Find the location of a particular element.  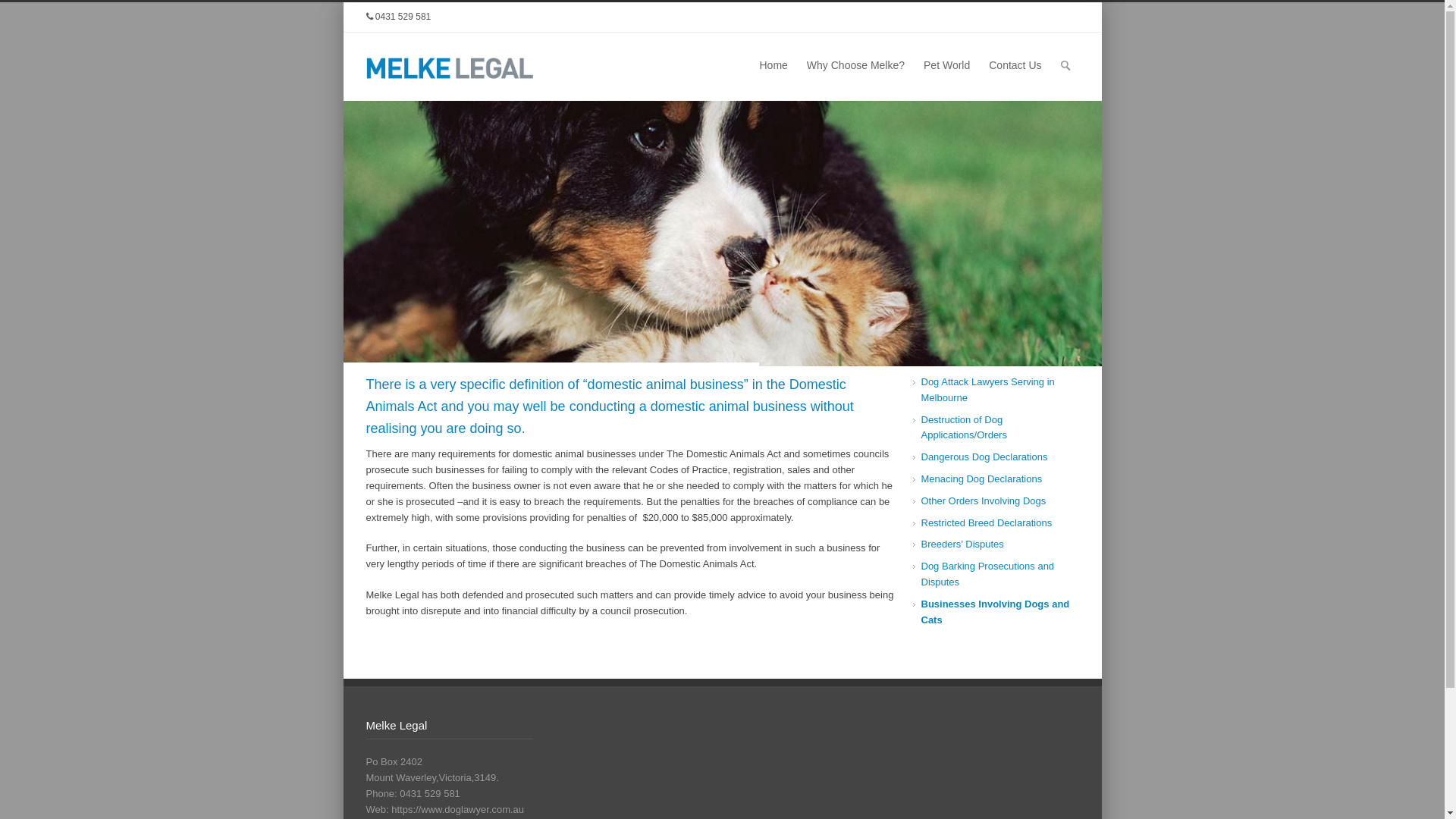

'Why Choose Melke?' is located at coordinates (802, 66).